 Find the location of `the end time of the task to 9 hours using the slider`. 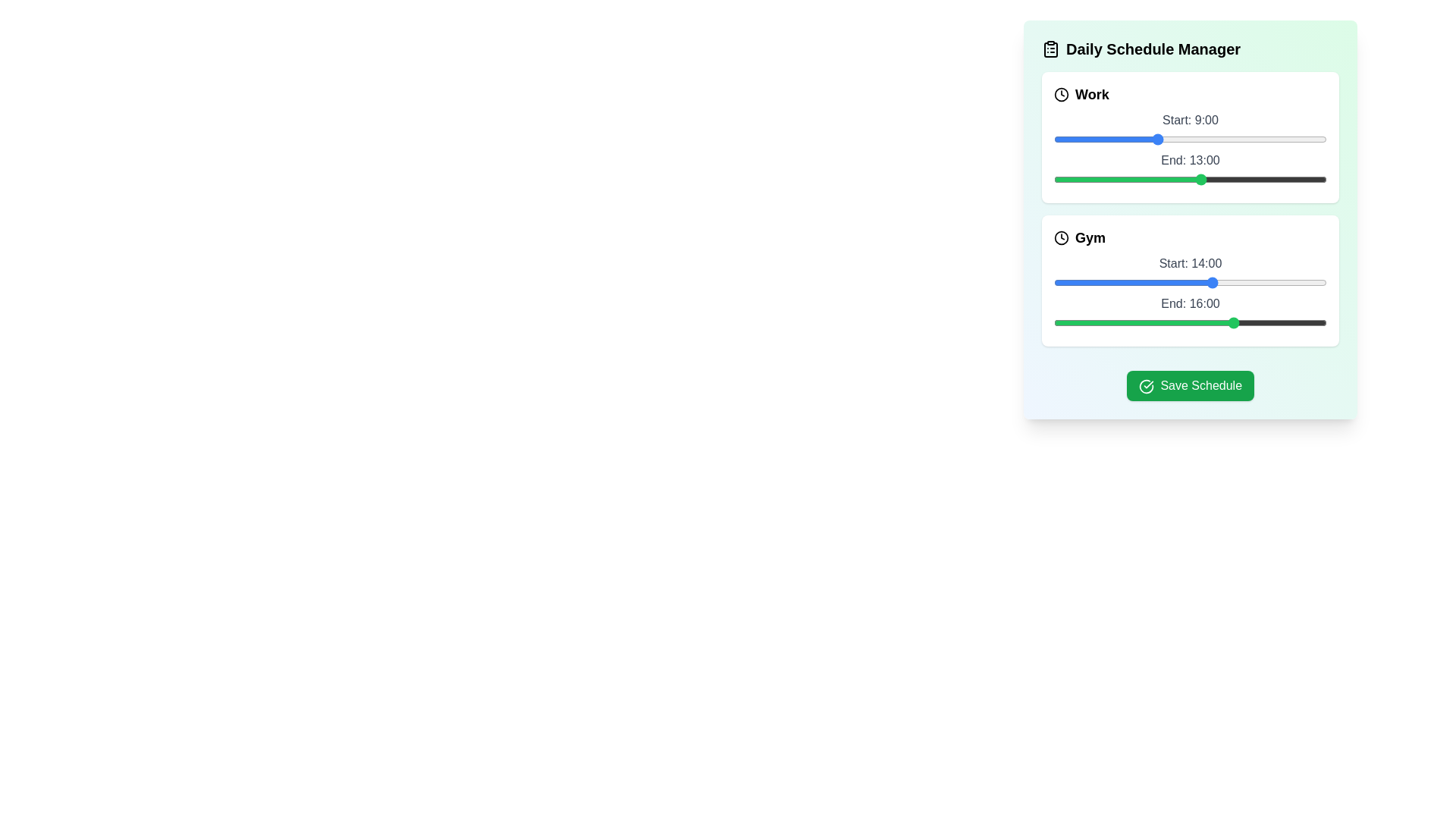

the end time of the task to 9 hours using the slider is located at coordinates (1156, 178).